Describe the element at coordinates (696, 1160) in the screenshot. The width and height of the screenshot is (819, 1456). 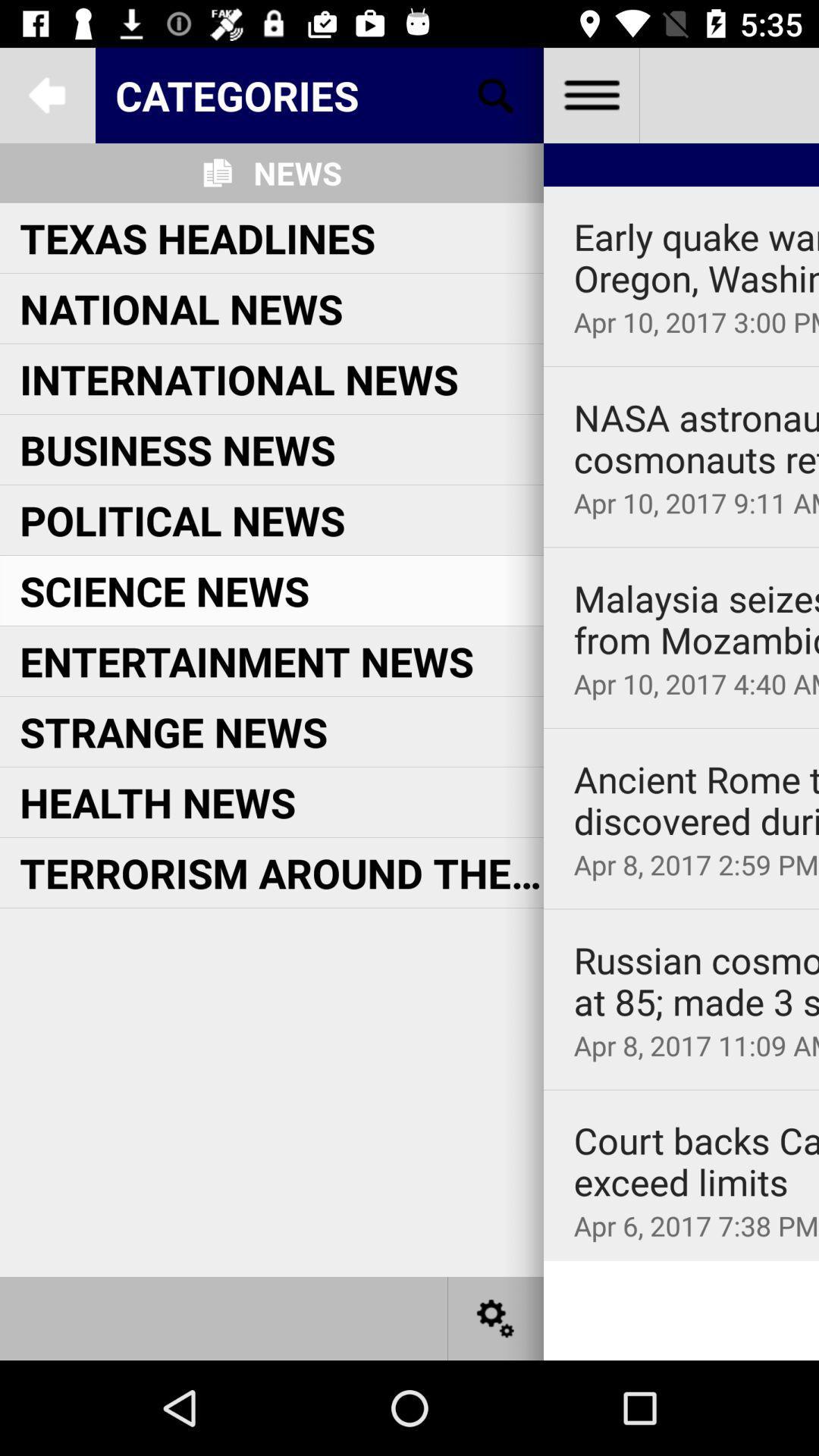
I see `the icon above apr 6 2017 icon` at that location.